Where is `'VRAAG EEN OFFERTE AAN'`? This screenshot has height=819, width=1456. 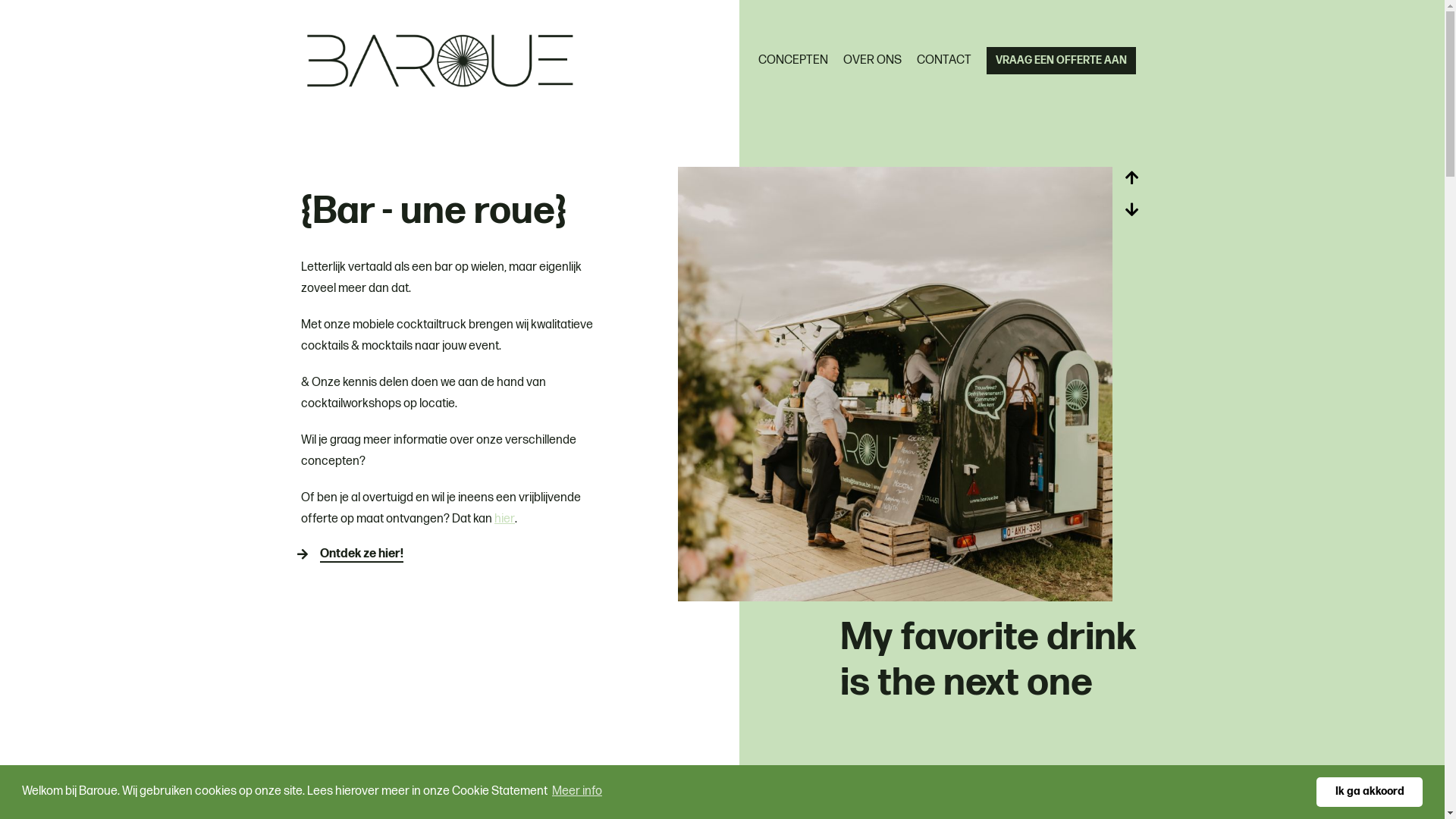 'VRAAG EEN OFFERTE AAN' is located at coordinates (986, 60).